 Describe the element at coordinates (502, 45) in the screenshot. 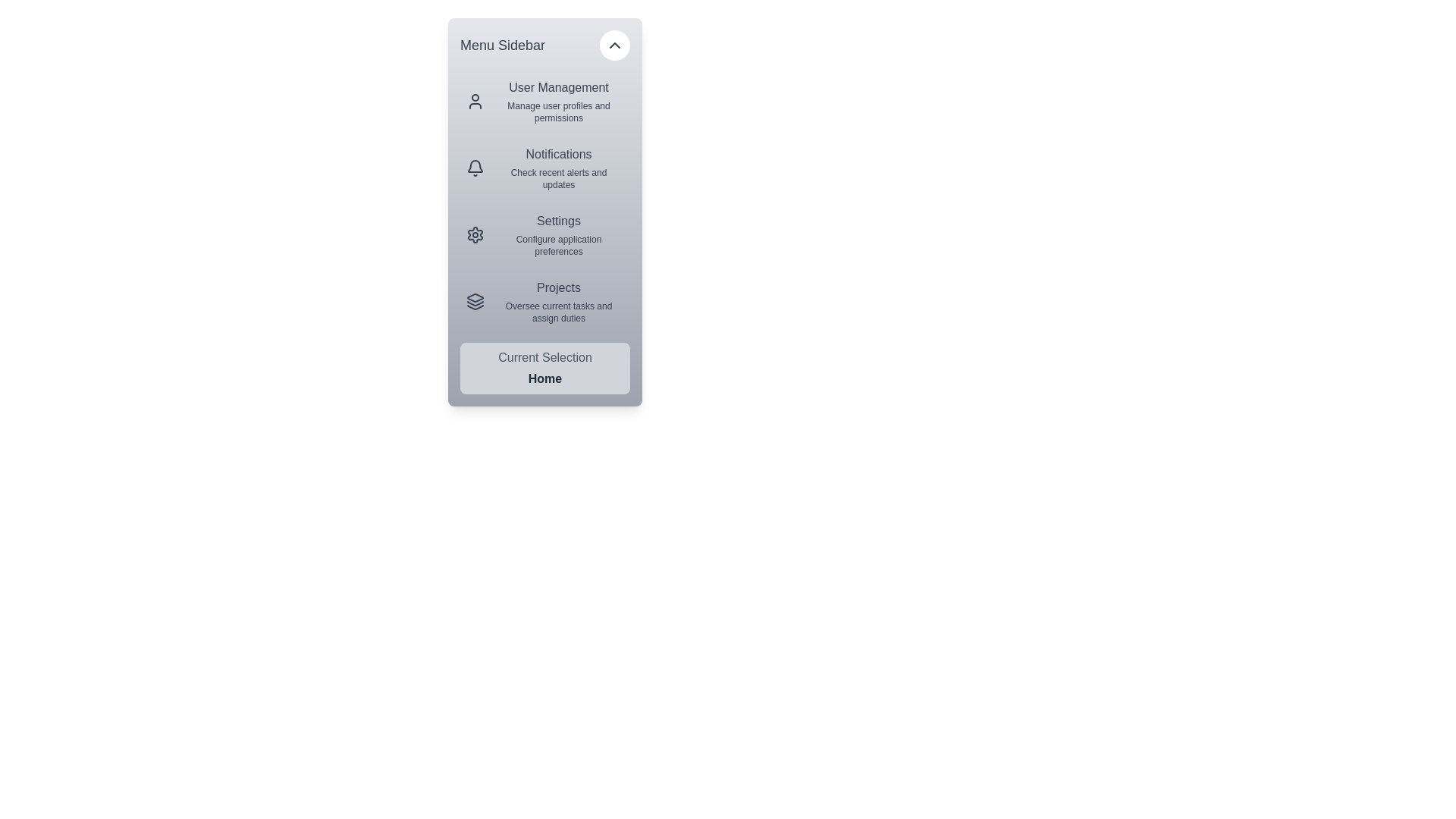

I see `the Text Label that indicates the title of the sidebar section, located at the top of the sidebar interface and positioned leftmost adjacent to a circular button` at that location.